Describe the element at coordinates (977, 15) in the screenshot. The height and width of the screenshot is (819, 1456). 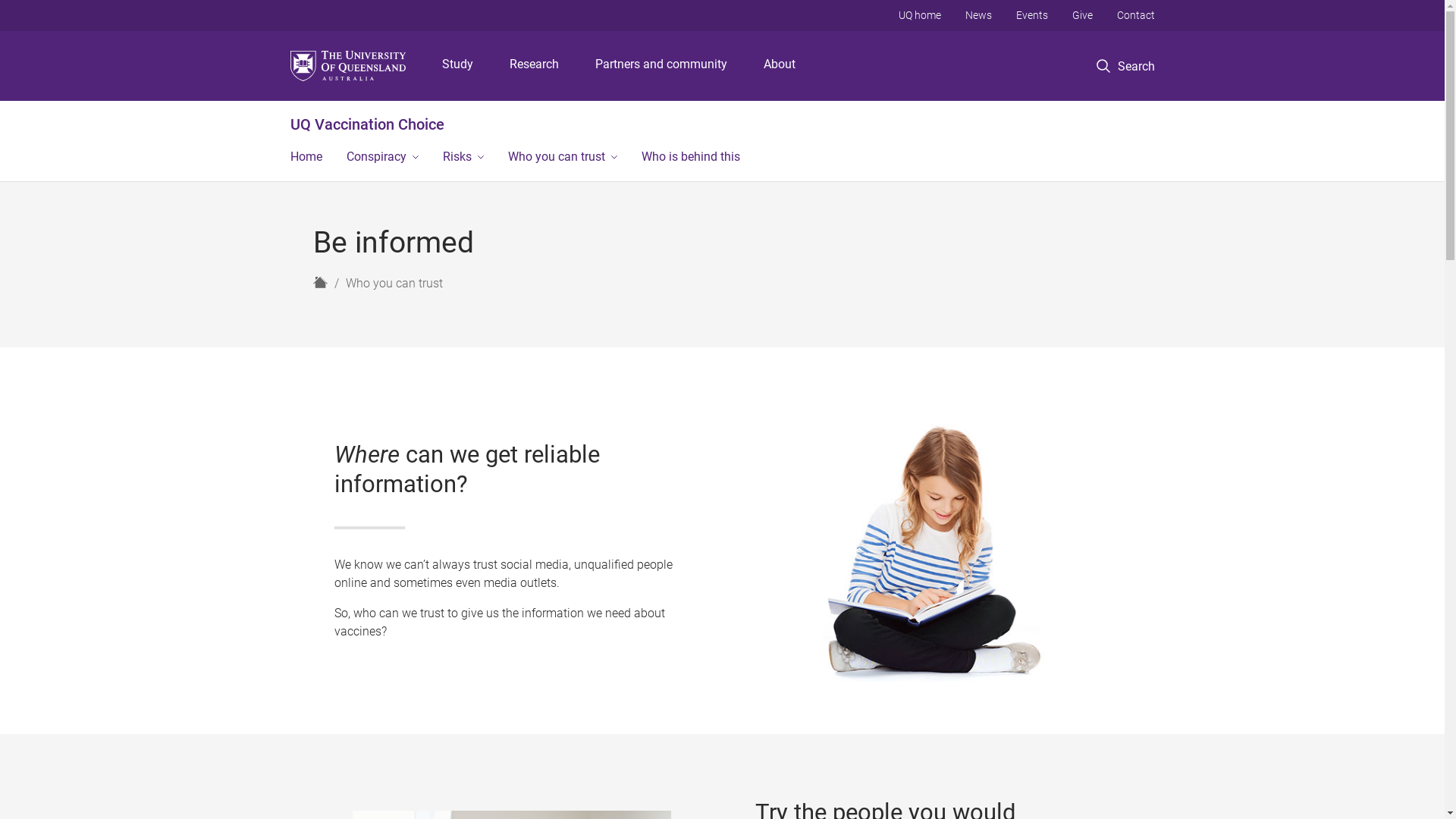
I see `'News'` at that location.